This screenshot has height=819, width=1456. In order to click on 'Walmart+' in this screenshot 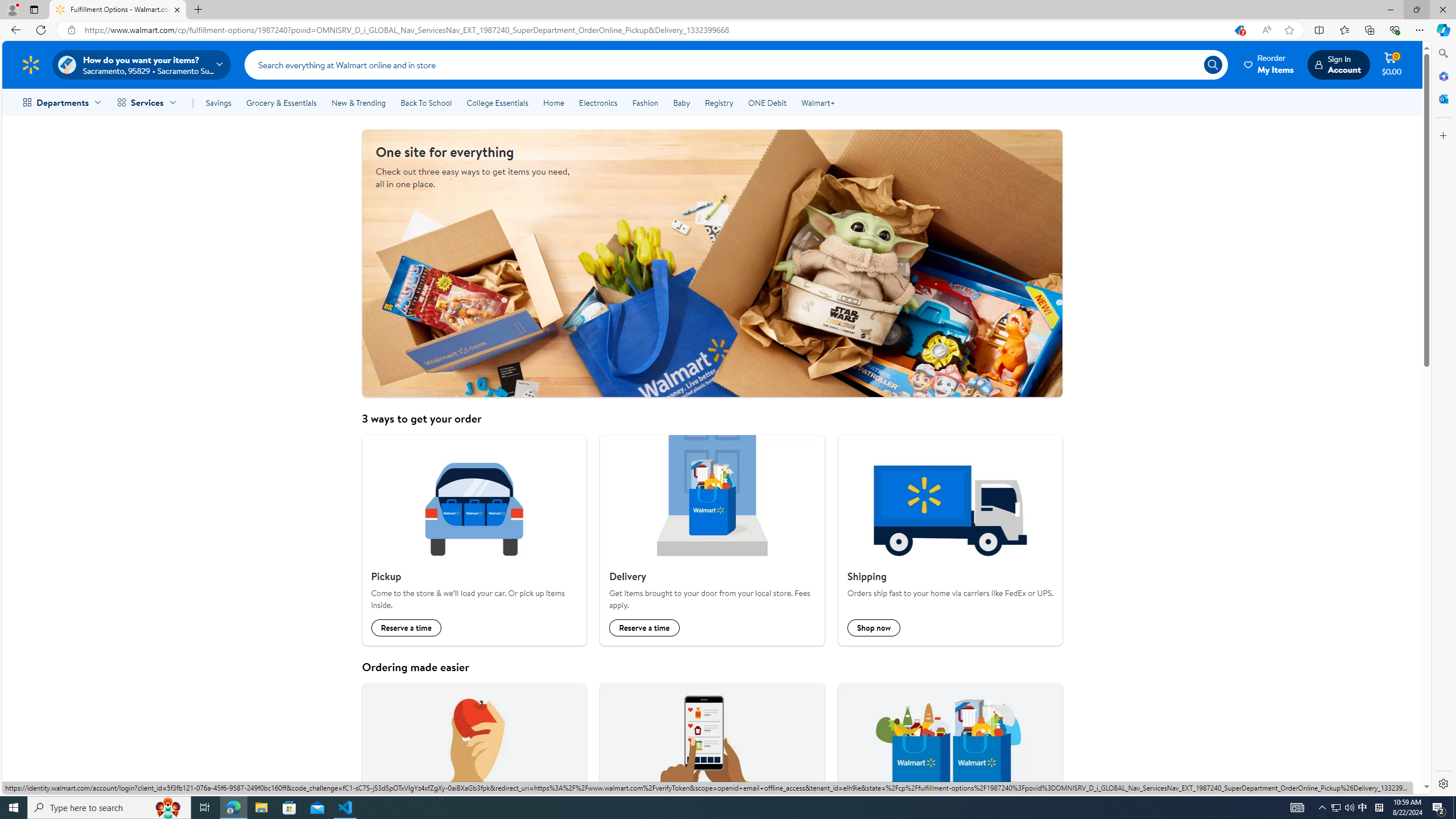, I will do `click(817, 102)`.